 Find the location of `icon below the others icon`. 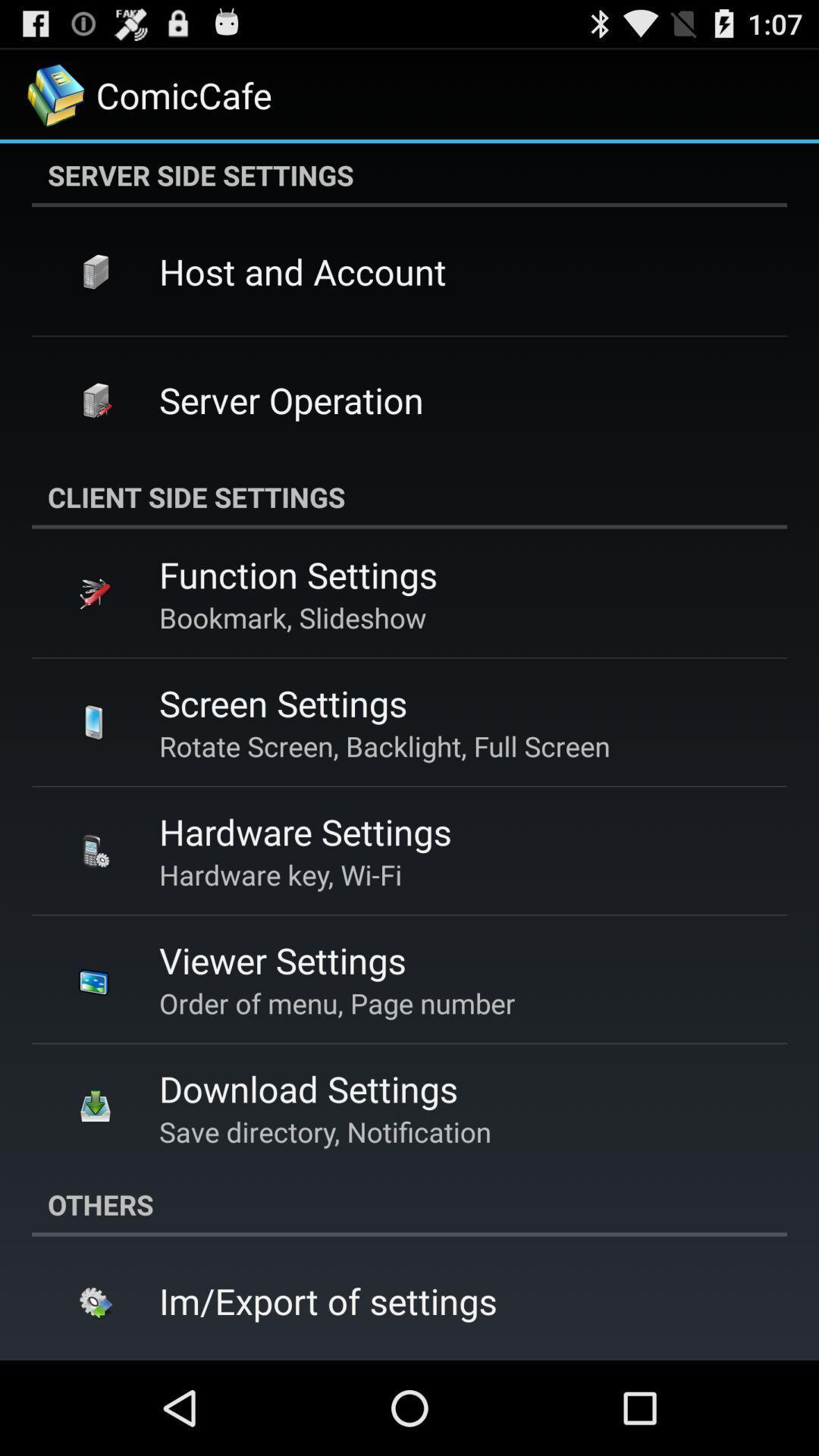

icon below the others icon is located at coordinates (327, 1300).